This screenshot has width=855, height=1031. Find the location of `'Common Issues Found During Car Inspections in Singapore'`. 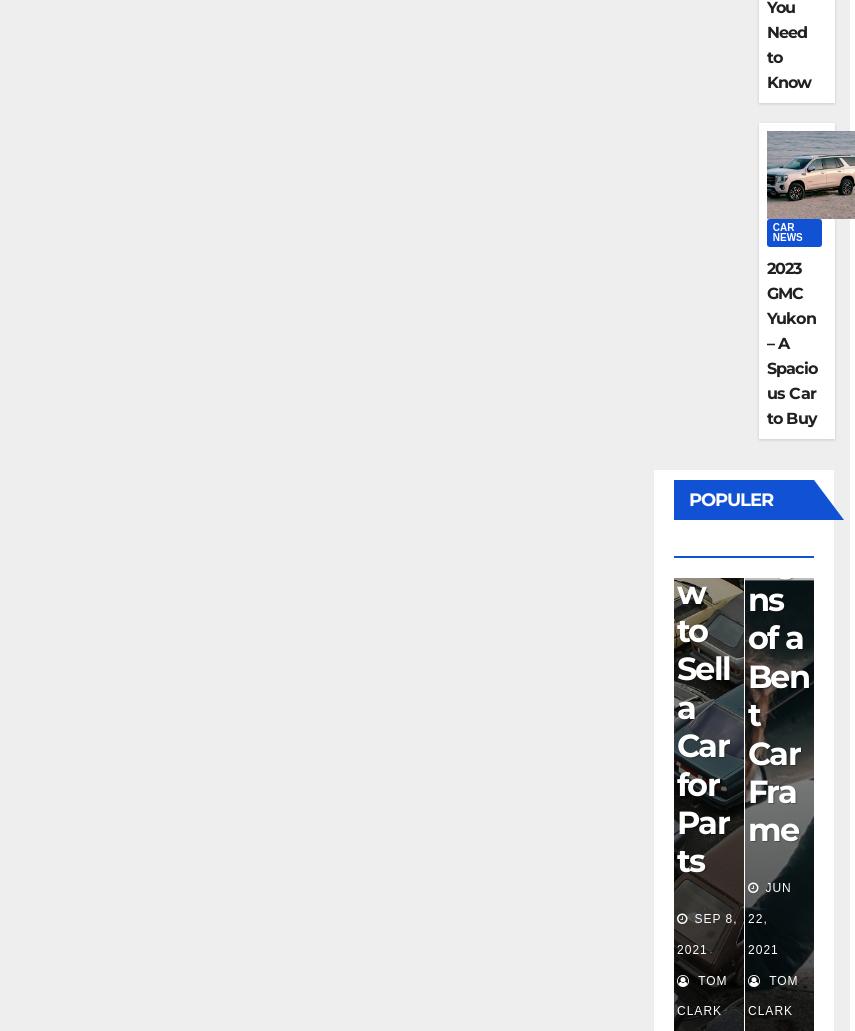

'Common Issues Found During Car Inspections in Singapore' is located at coordinates (705, 532).